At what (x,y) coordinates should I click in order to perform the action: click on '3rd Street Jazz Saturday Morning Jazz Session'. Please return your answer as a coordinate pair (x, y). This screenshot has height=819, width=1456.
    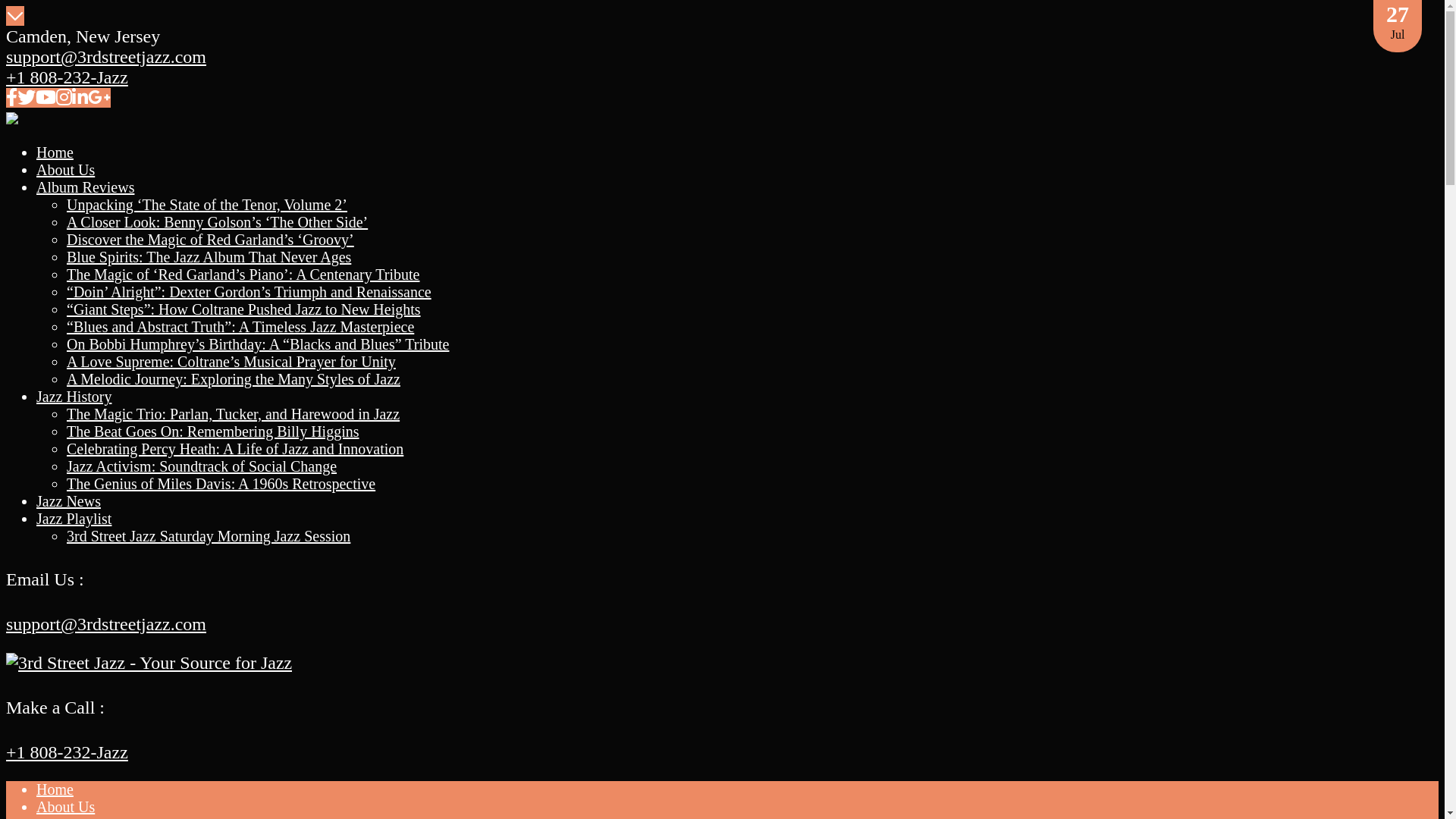
    Looking at the image, I should click on (207, 535).